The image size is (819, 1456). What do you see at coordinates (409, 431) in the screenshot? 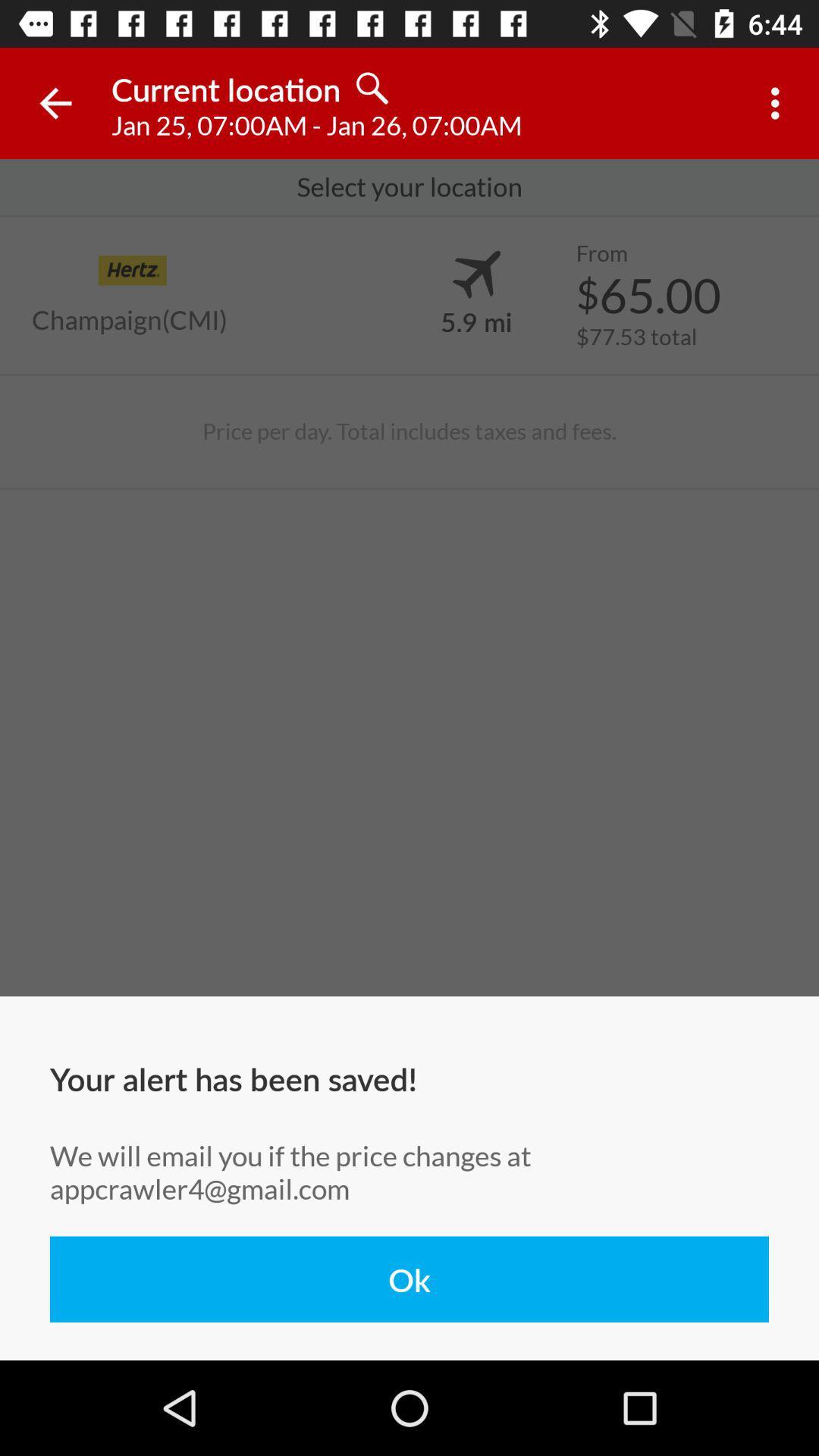
I see `icon above your alert has item` at bounding box center [409, 431].